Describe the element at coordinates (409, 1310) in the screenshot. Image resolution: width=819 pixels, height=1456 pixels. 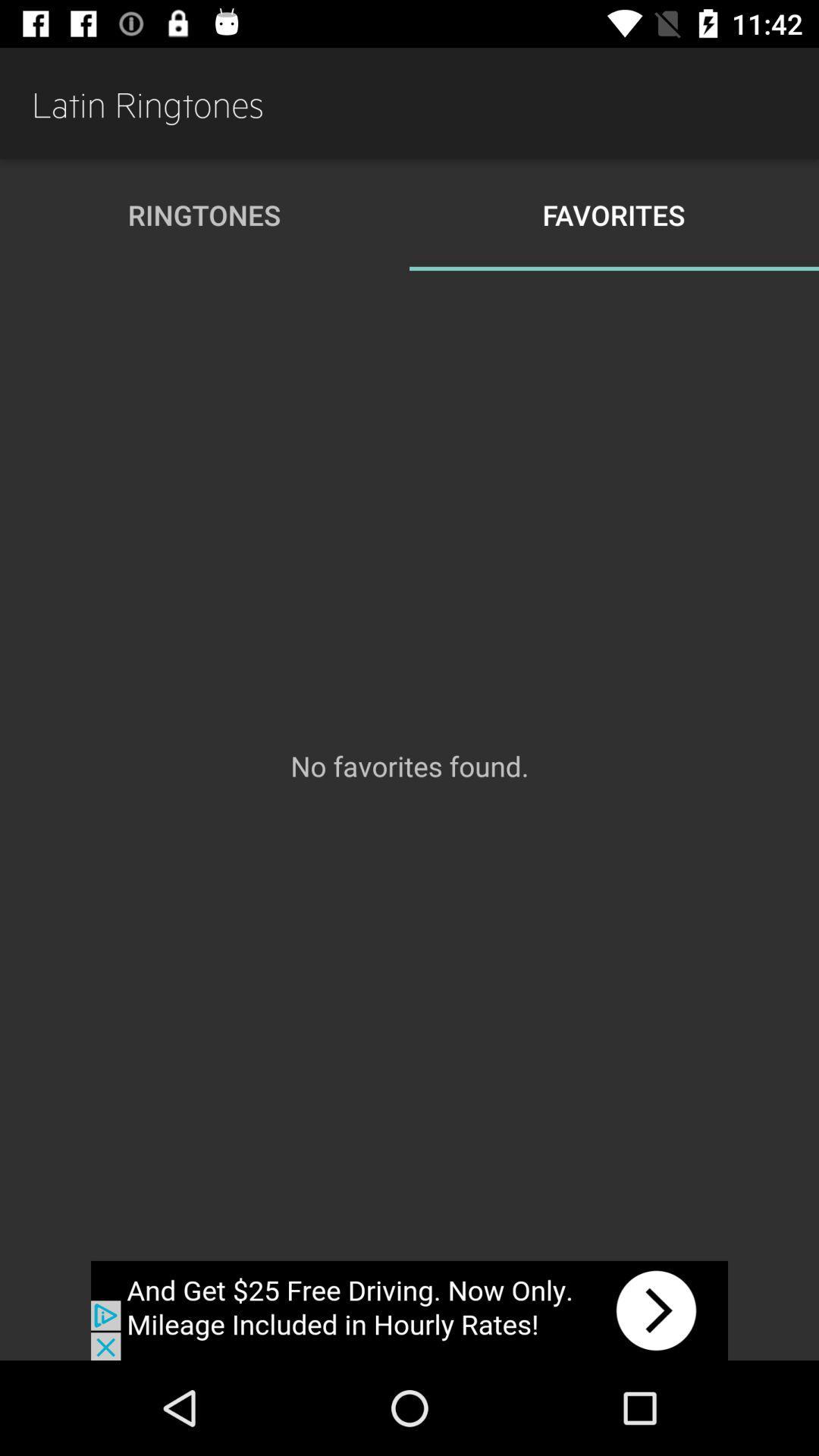
I see `autoplay option` at that location.